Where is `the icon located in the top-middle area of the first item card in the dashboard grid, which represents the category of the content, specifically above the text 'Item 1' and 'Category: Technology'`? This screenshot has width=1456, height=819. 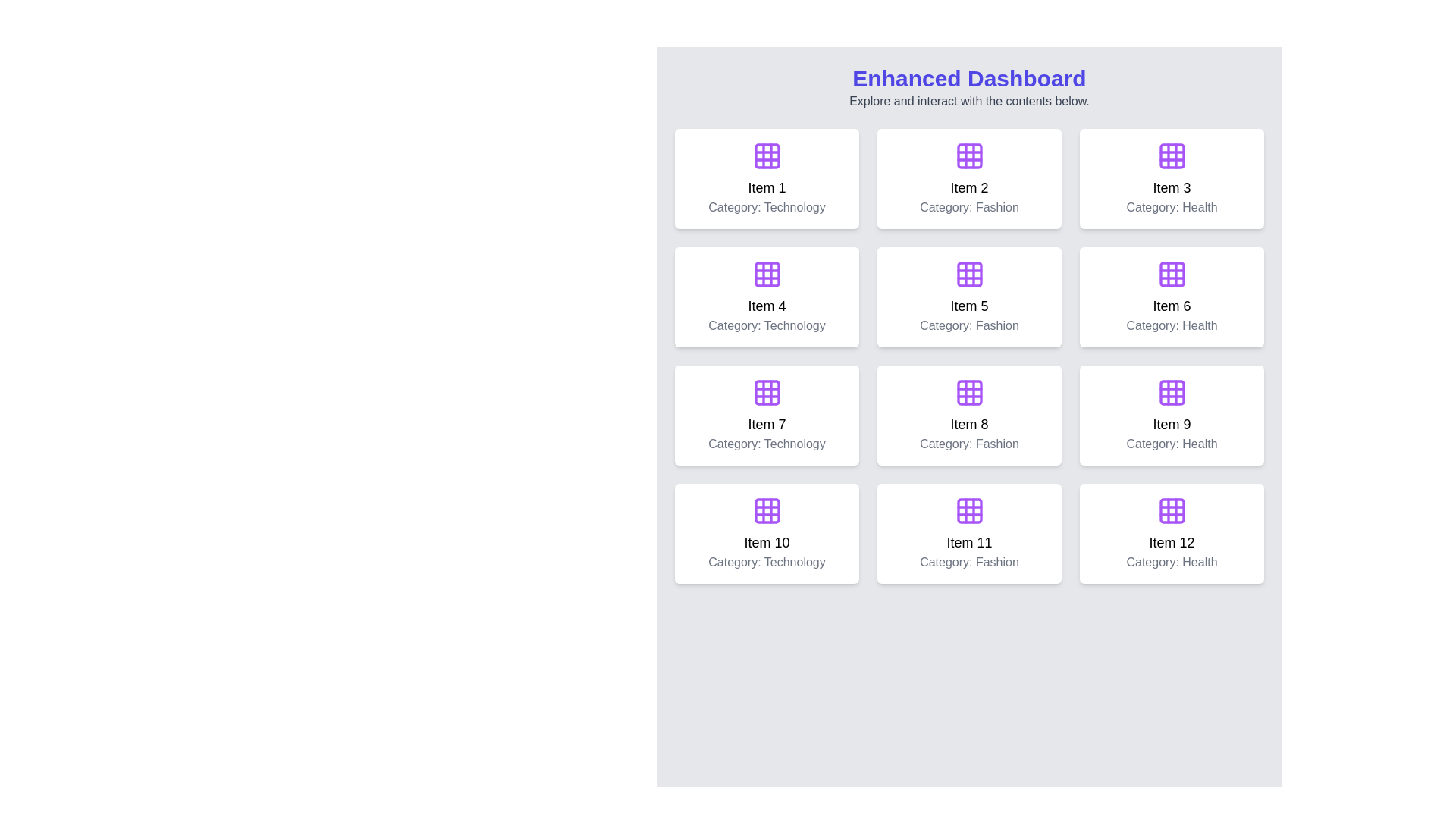
the icon located in the top-middle area of the first item card in the dashboard grid, which represents the category of the content, specifically above the text 'Item 1' and 'Category: Technology' is located at coordinates (767, 155).